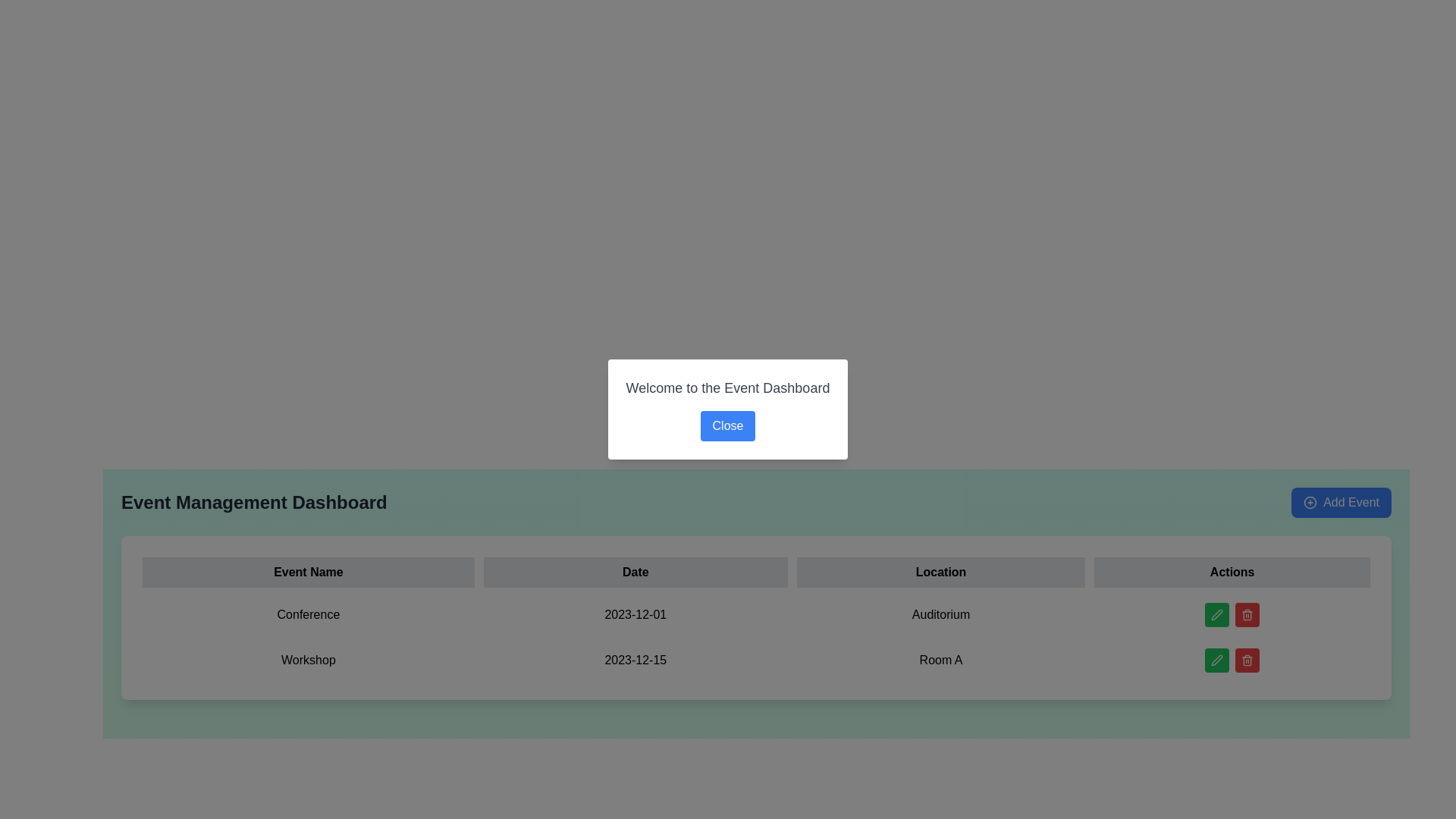  Describe the element at coordinates (307, 660) in the screenshot. I see `the text label displaying 'Workshop' located in the second row under the 'Event Name' column in the table layout` at that location.